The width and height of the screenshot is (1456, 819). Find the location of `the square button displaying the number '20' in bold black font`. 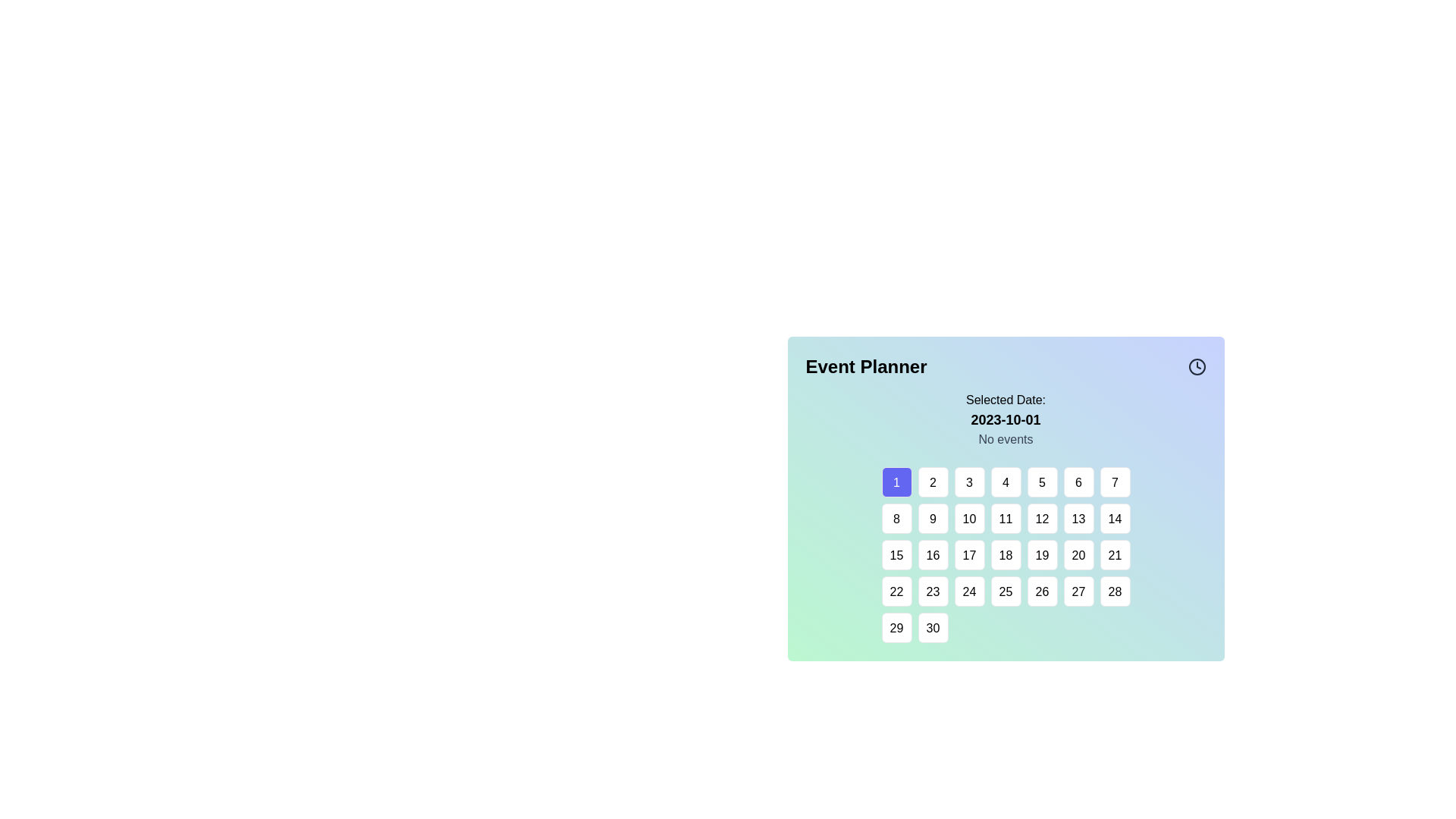

the square button displaying the number '20' in bold black font is located at coordinates (1078, 555).